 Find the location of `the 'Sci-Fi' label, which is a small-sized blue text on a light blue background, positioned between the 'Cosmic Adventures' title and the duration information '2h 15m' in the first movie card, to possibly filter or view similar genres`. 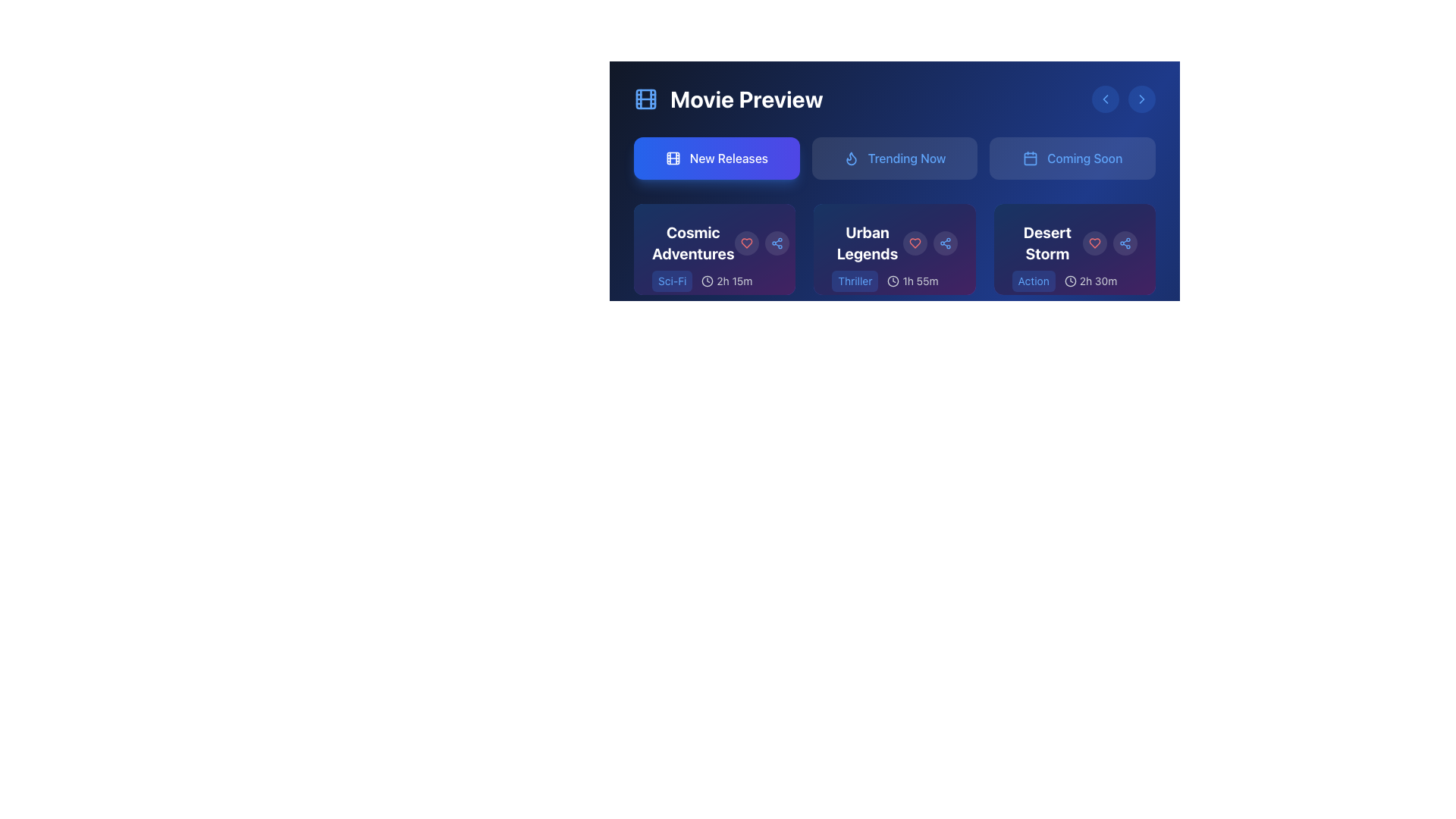

the 'Sci-Fi' label, which is a small-sized blue text on a light blue background, positioned between the 'Cosmic Adventures' title and the duration information '2h 15m' in the first movie card, to possibly filter or view similar genres is located at coordinates (671, 281).